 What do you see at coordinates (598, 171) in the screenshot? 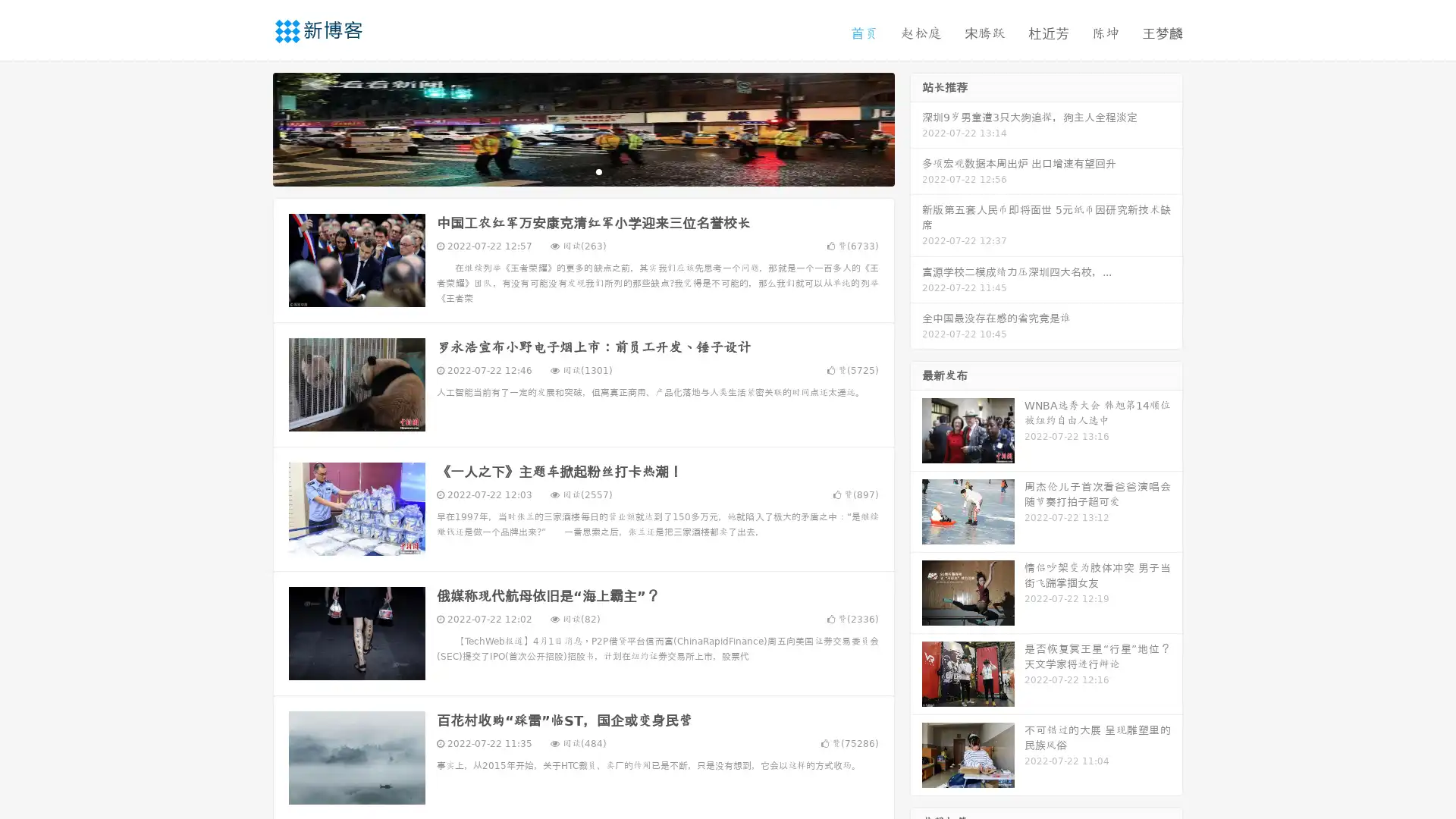
I see `Go to slide 3` at bounding box center [598, 171].